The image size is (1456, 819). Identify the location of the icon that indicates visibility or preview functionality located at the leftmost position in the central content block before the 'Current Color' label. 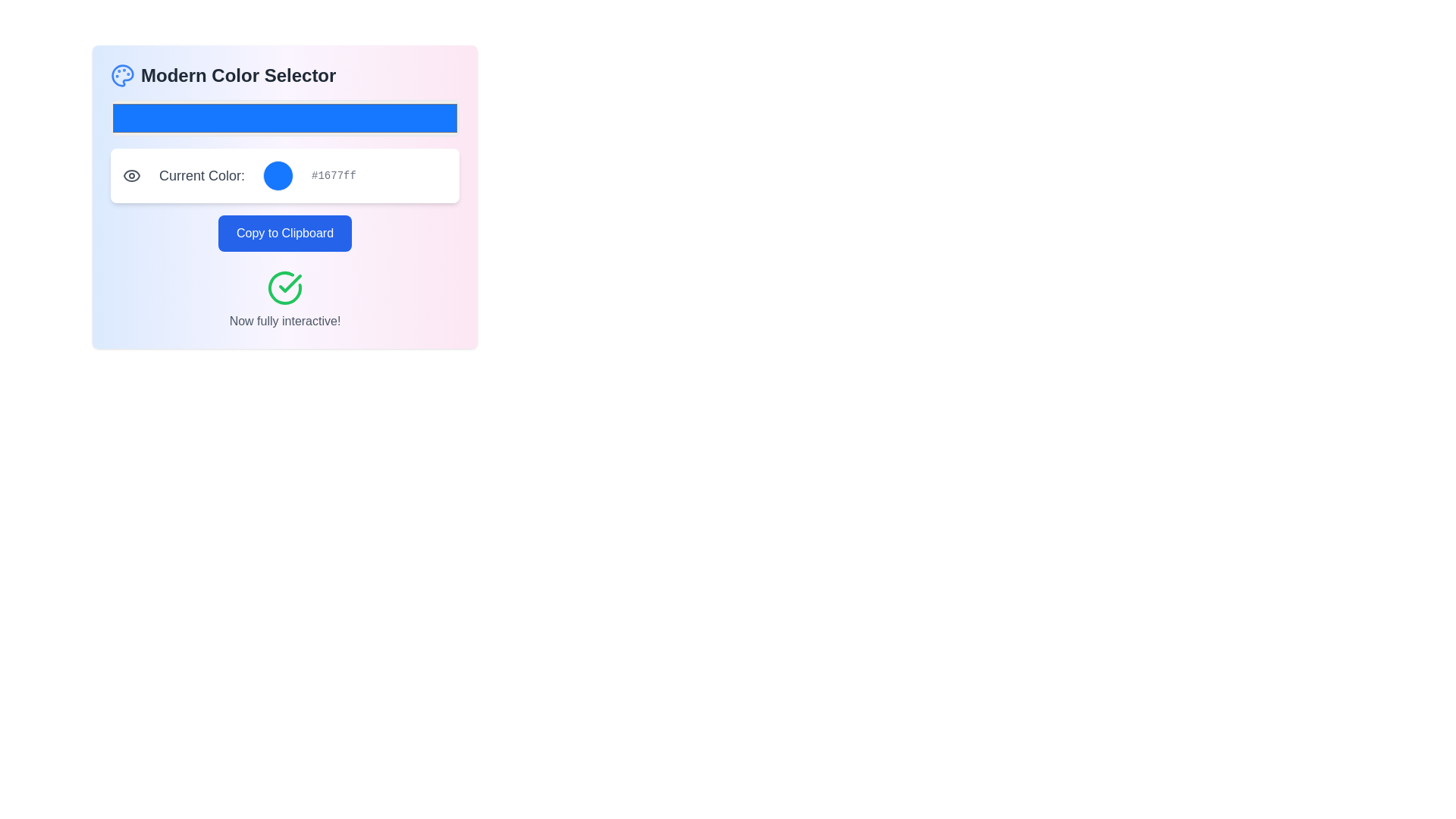
(131, 174).